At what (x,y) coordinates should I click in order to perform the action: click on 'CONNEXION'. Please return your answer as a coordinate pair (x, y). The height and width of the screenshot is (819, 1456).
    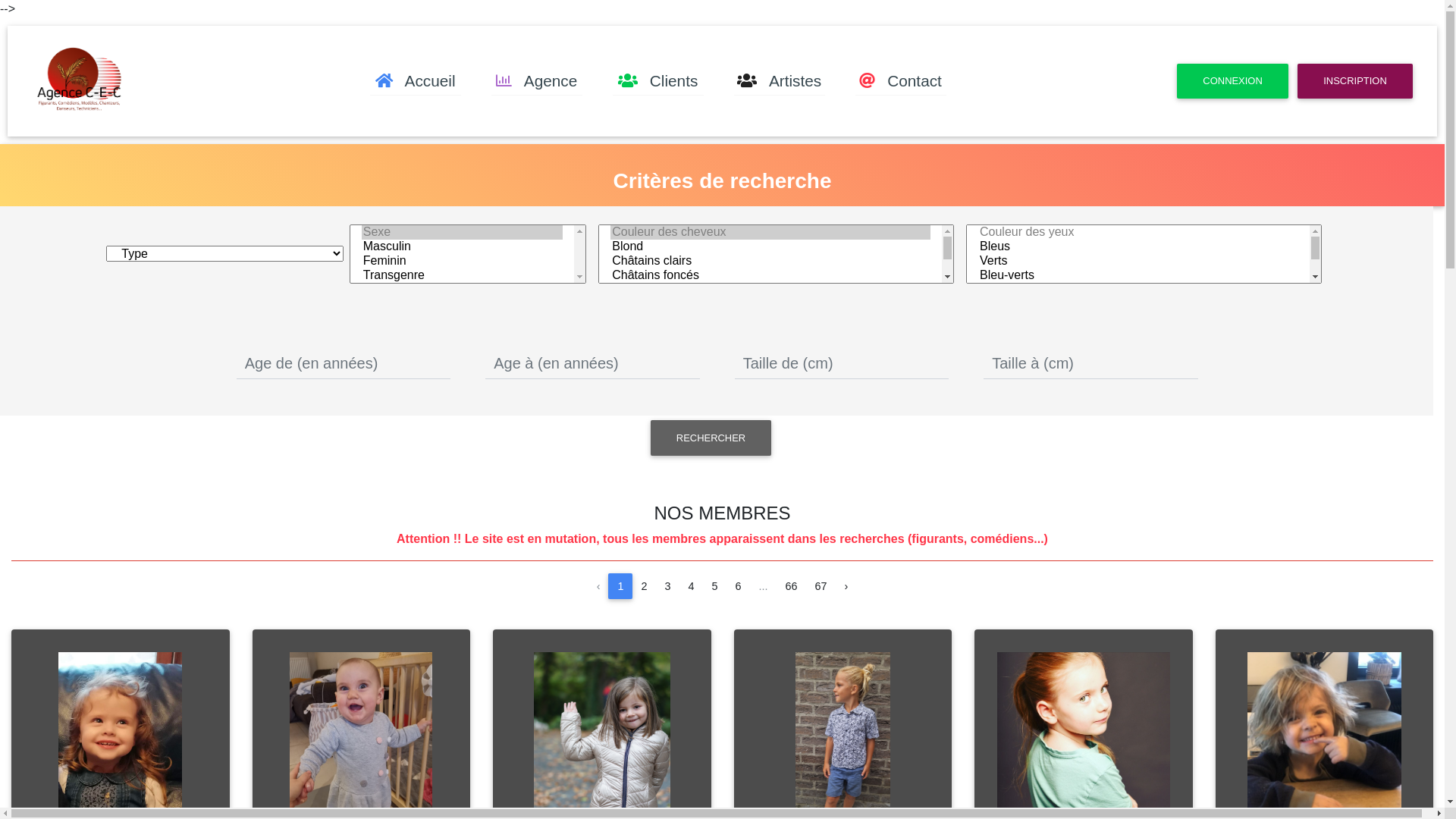
    Looking at the image, I should click on (1232, 81).